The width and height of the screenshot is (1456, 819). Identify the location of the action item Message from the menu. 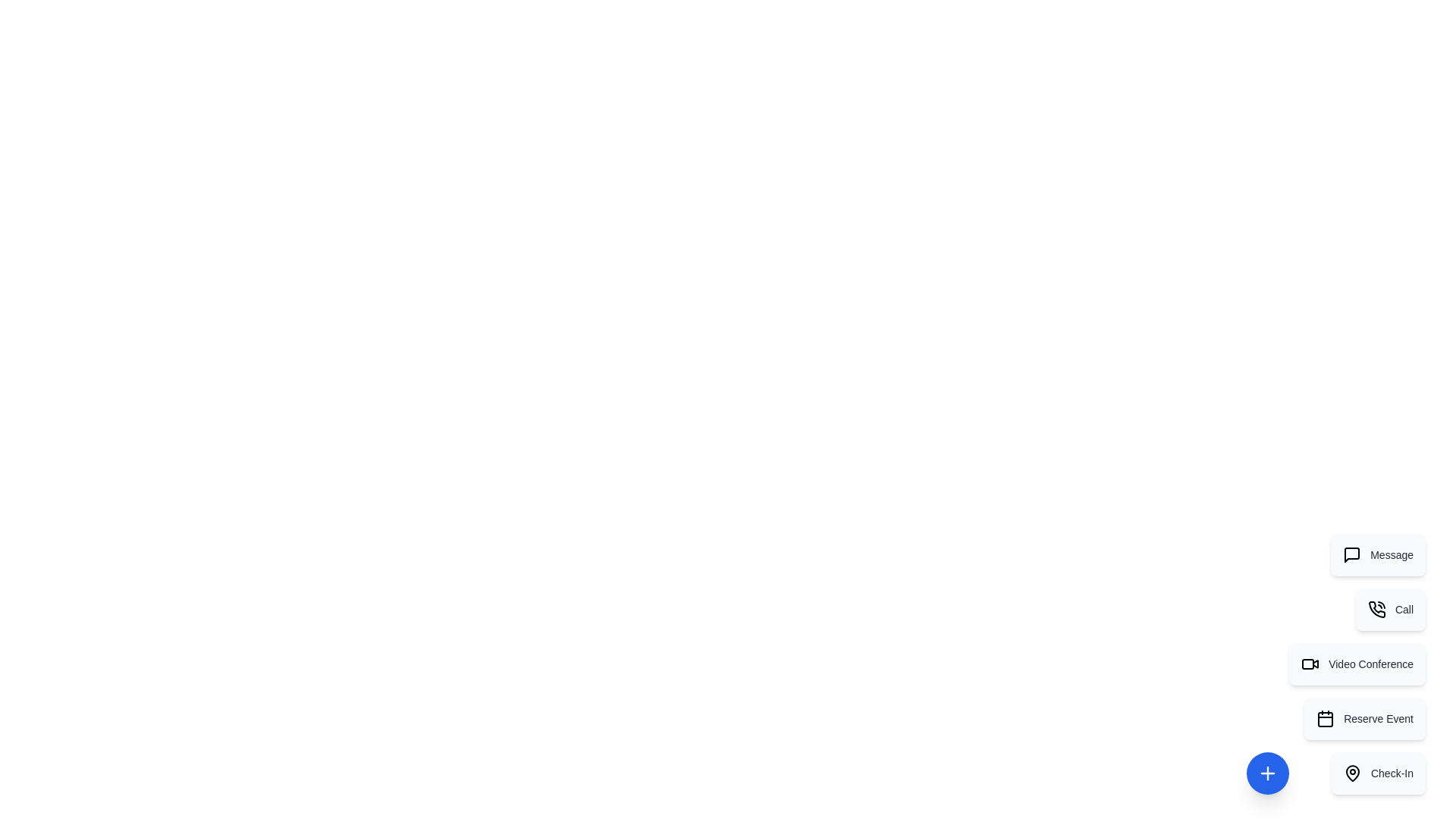
(1378, 555).